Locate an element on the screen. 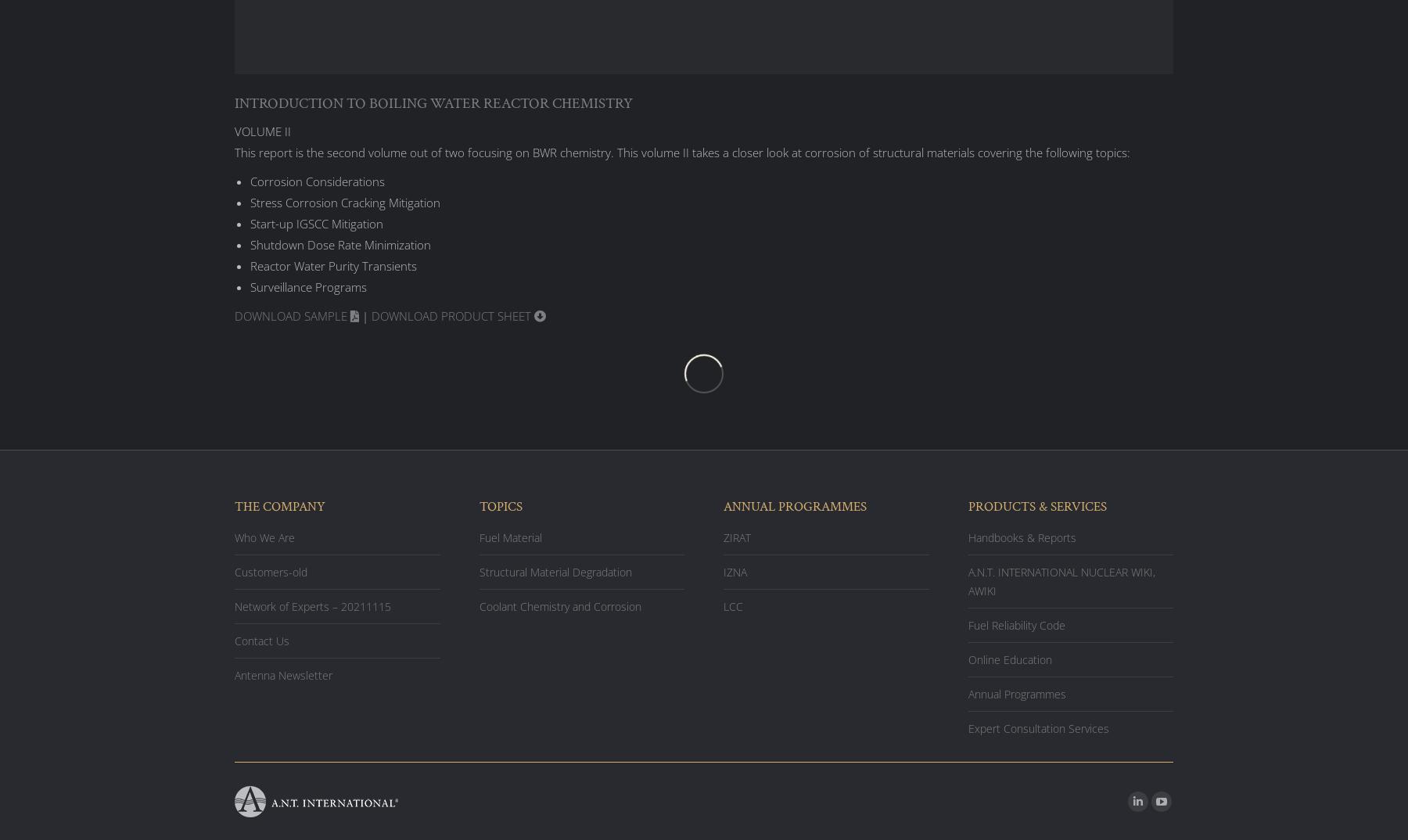  'Coolant Chemistry and Corrosion' is located at coordinates (559, 605).